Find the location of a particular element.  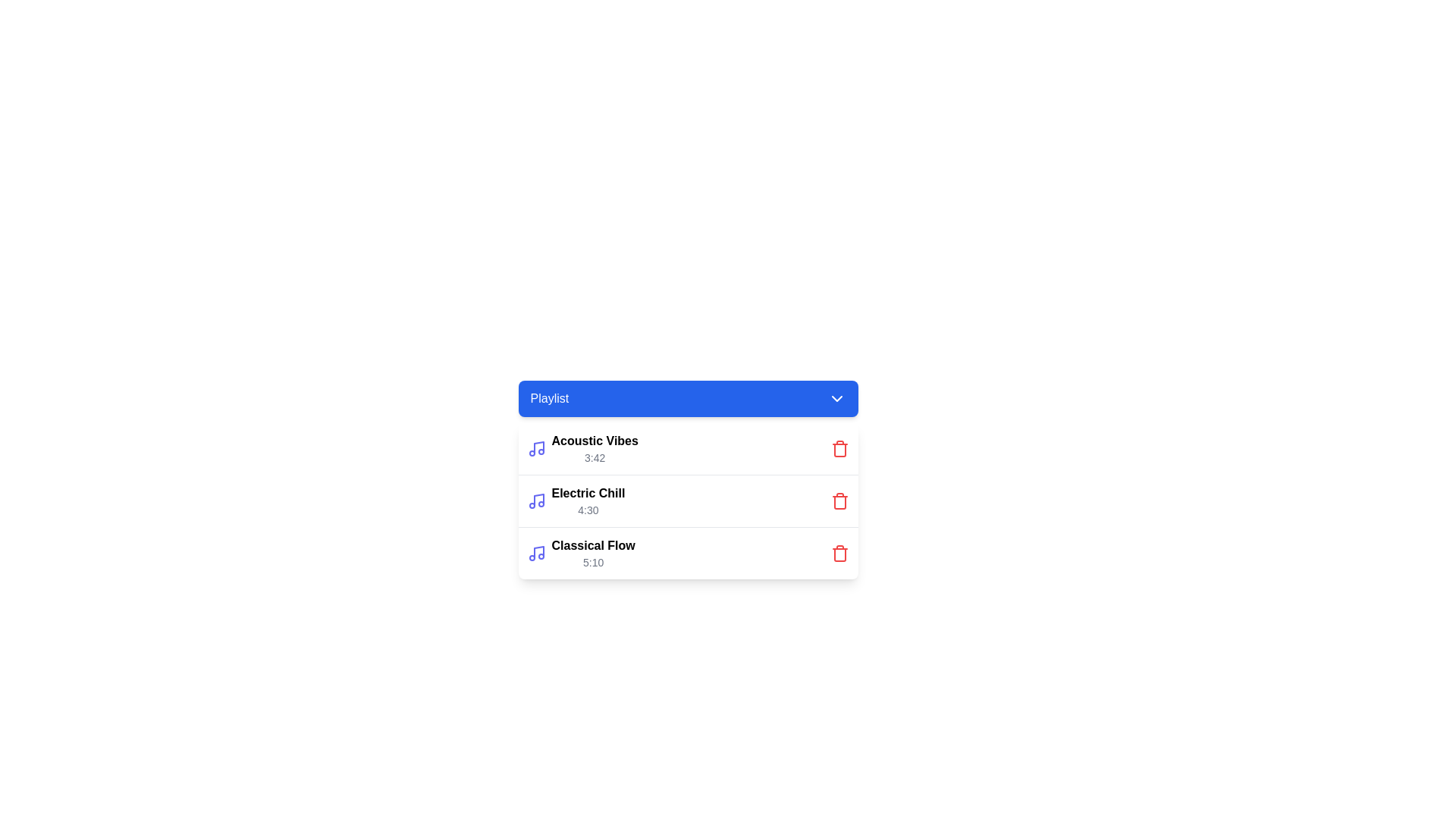

the track labeled 'Acoustic Vibes' for playback by clicking on the first list item under the 'Playlist' header is located at coordinates (687, 447).